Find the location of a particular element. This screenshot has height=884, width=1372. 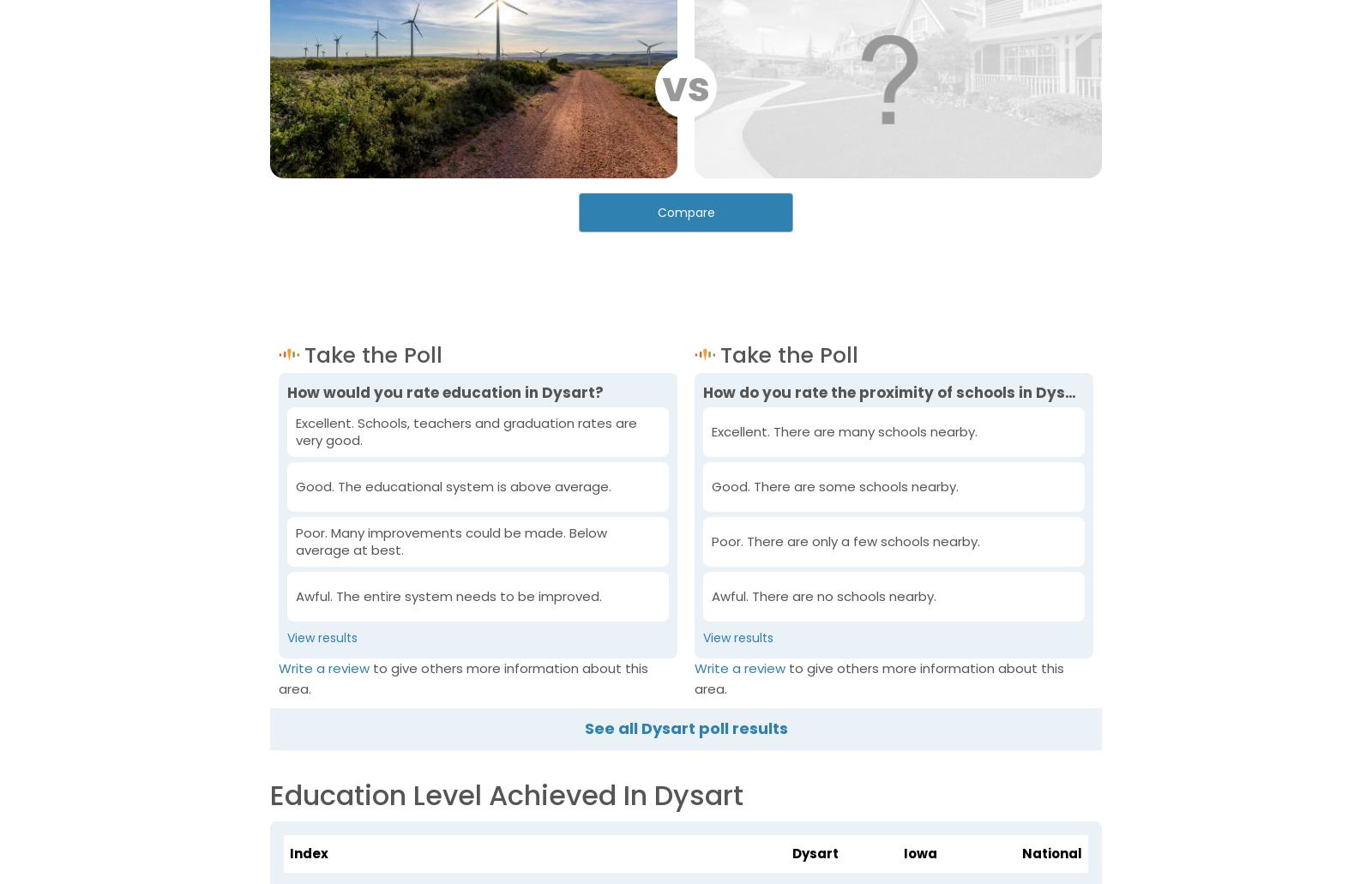

'How would you rate education in Dysart?' is located at coordinates (444, 392).